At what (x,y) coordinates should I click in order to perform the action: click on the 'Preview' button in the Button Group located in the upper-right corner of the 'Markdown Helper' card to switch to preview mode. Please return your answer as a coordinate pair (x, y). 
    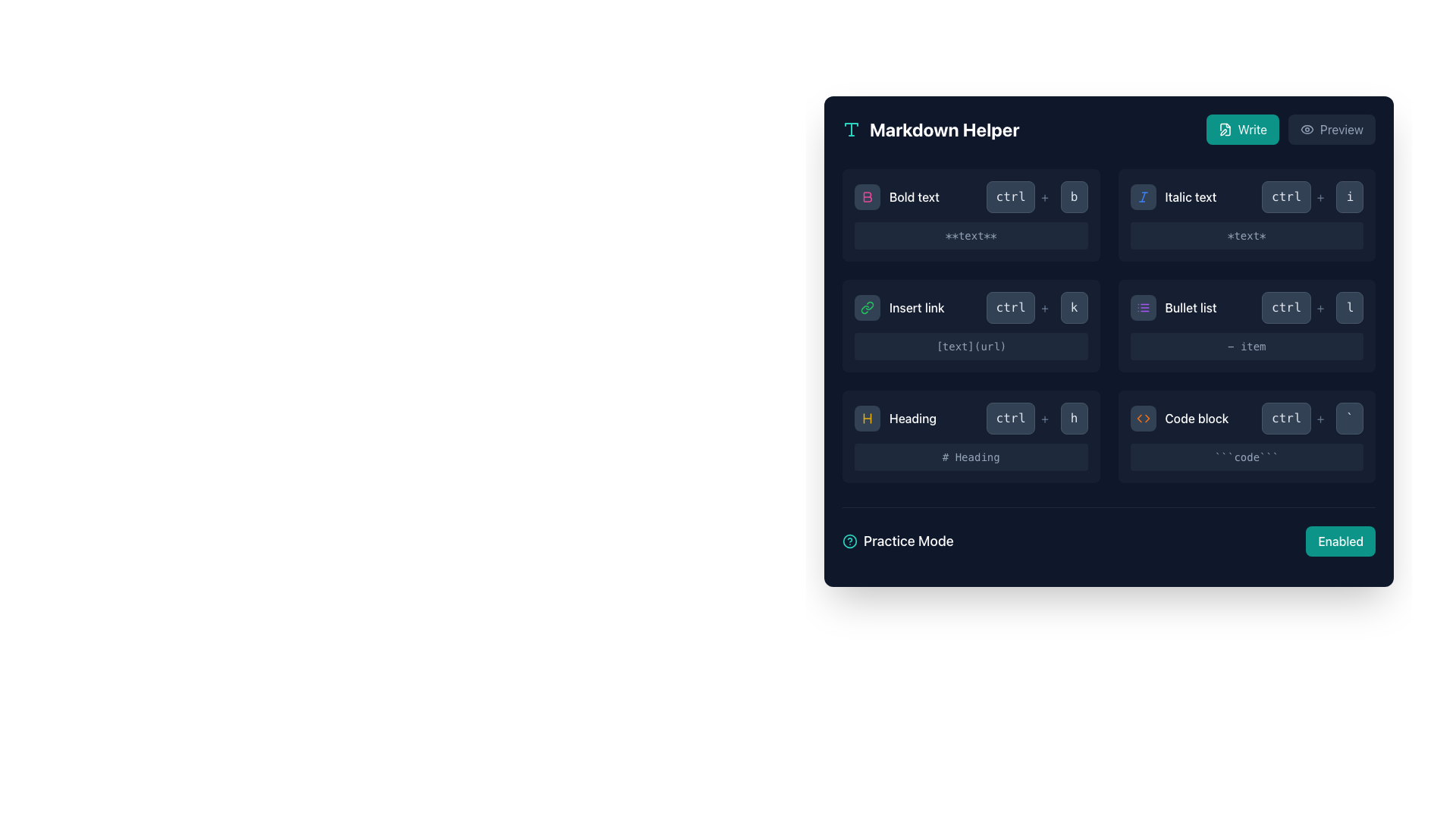
    Looking at the image, I should click on (1290, 128).